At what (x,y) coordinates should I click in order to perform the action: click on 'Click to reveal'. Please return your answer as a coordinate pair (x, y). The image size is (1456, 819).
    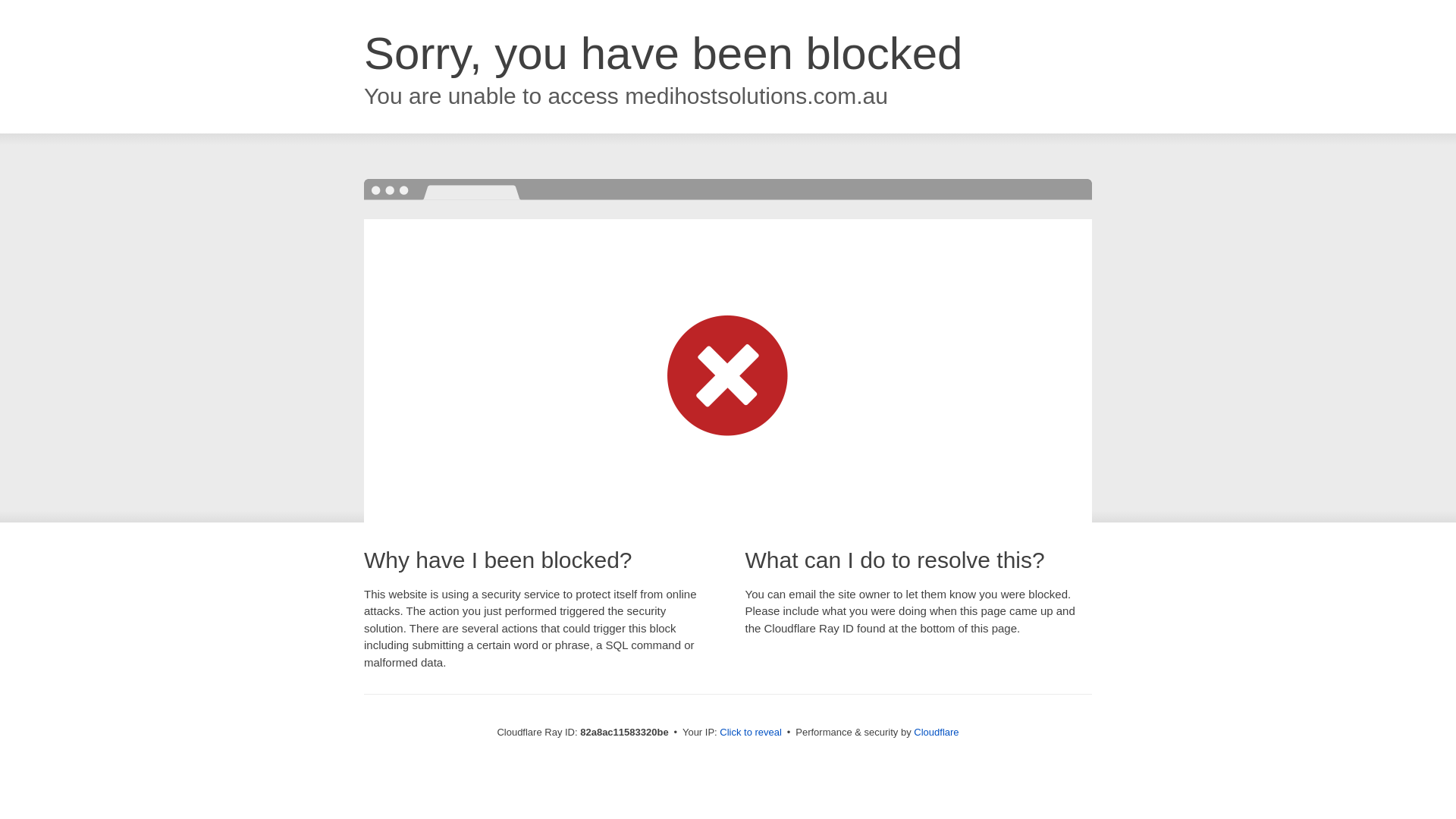
    Looking at the image, I should click on (750, 731).